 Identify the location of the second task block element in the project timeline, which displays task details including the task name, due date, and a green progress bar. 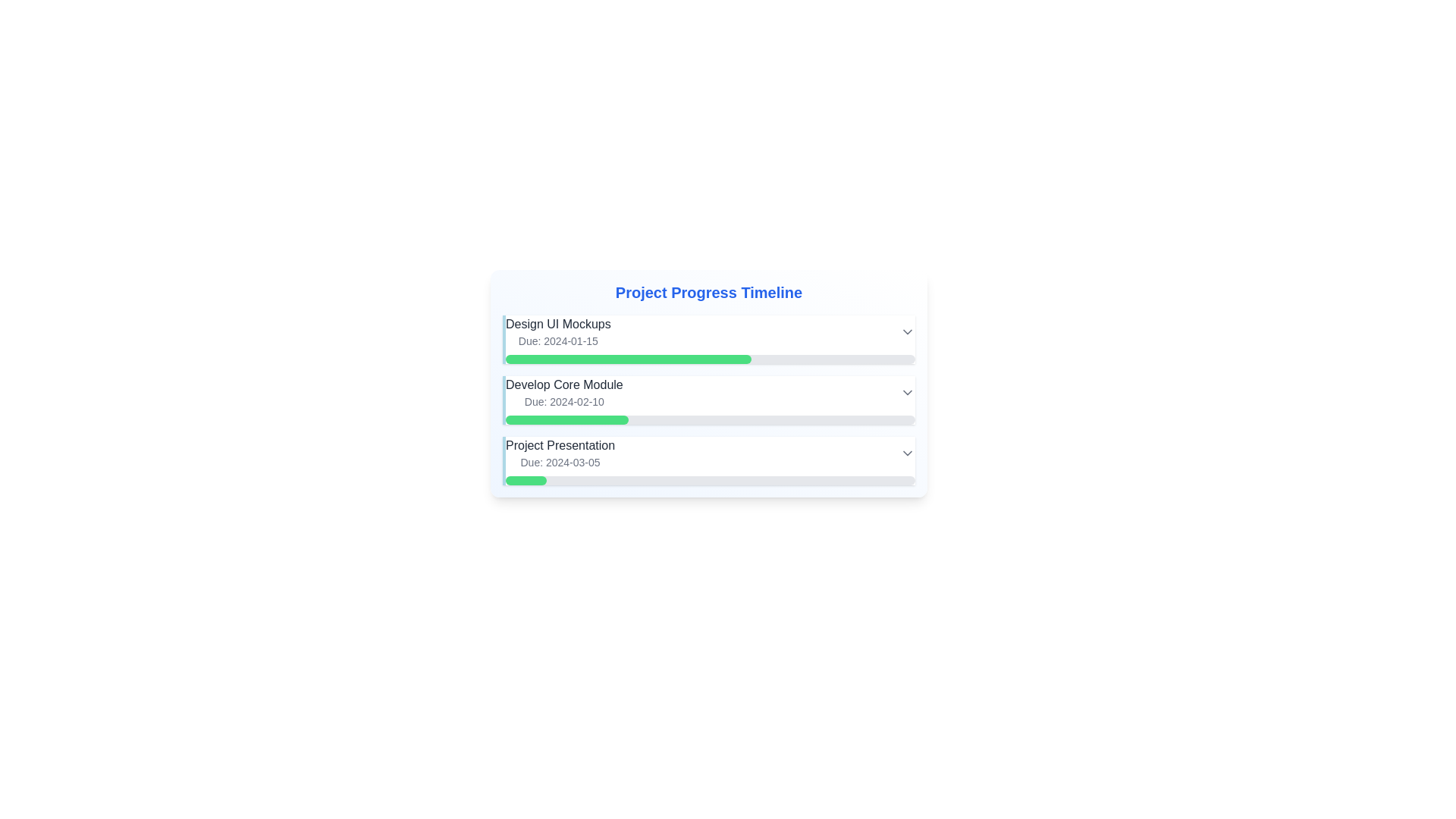
(708, 400).